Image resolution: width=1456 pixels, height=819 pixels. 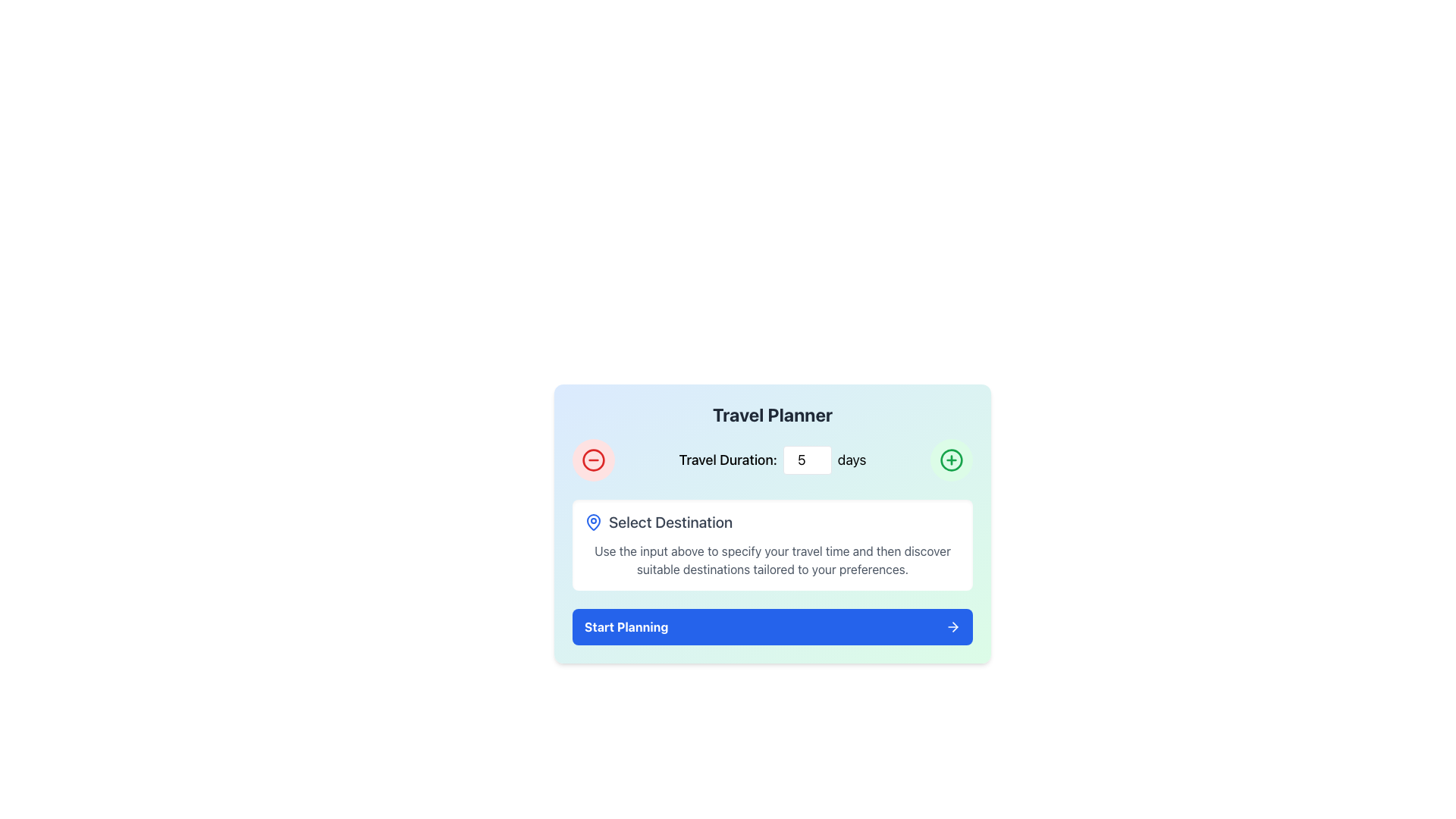 What do you see at coordinates (772, 560) in the screenshot?
I see `the instructional static text located underneath the 'Select Destination' header, positioned just above the blue 'Start Planning' button` at bounding box center [772, 560].